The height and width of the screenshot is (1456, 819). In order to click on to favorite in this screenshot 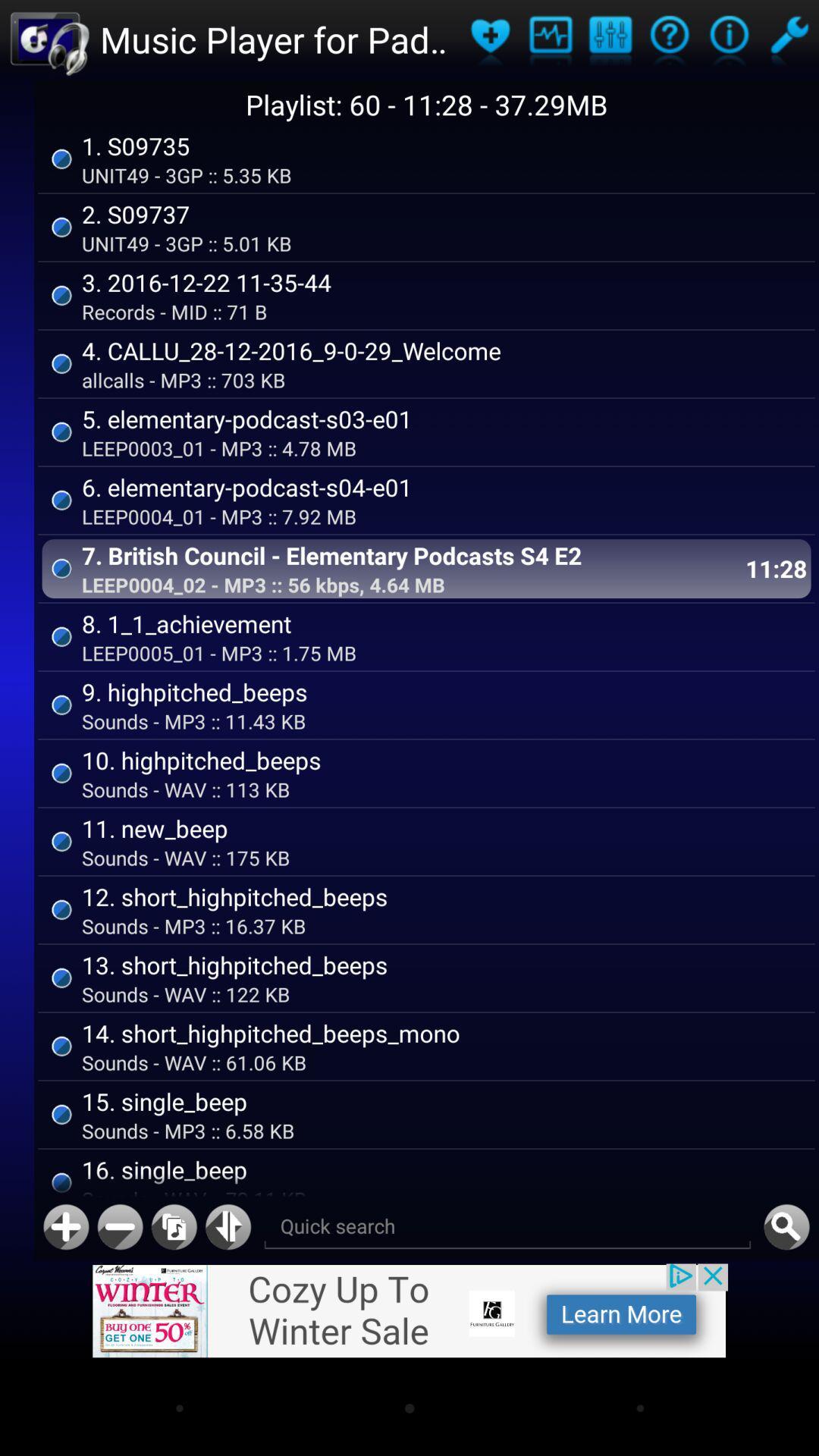, I will do `click(490, 39)`.